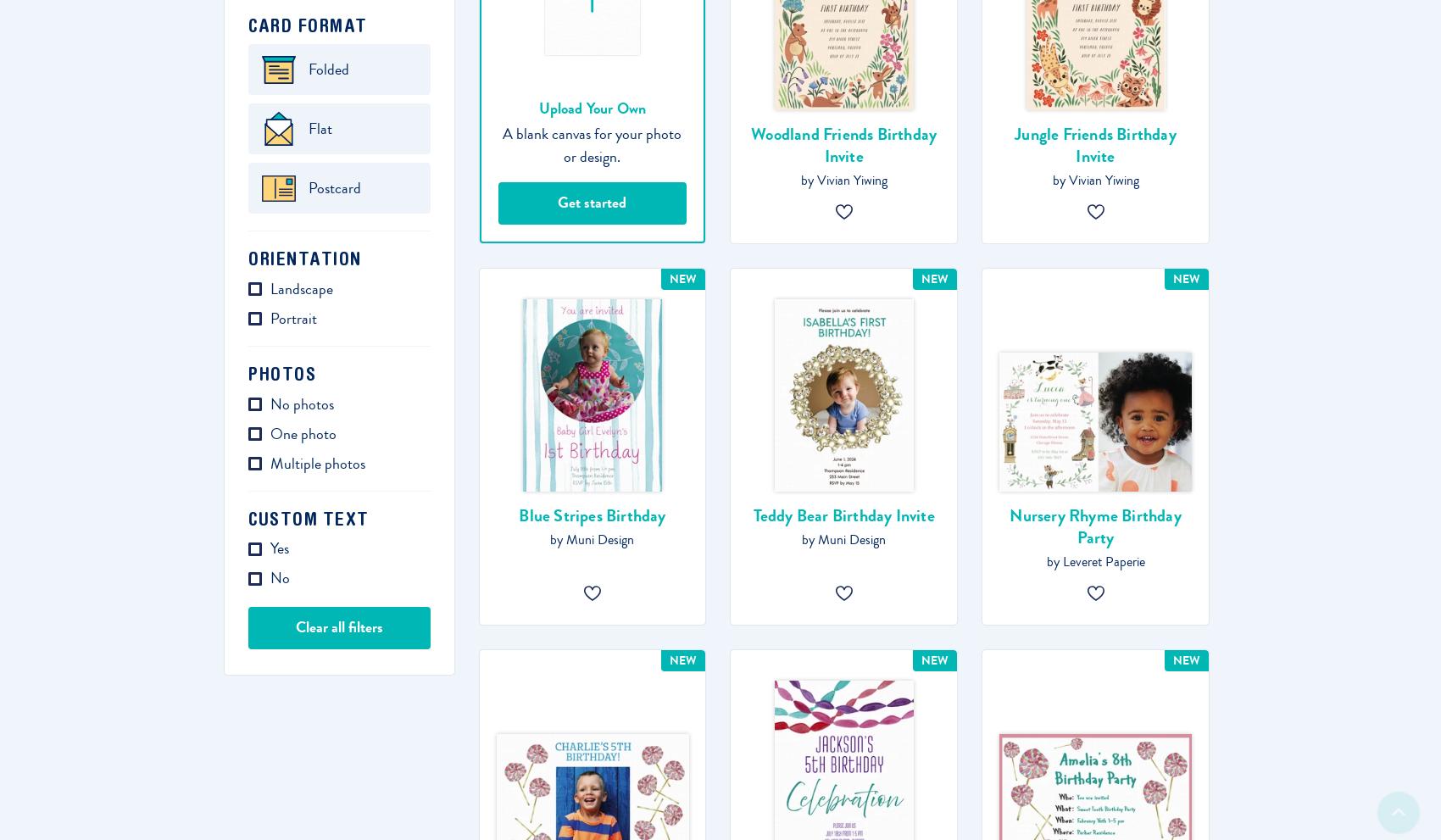 This screenshot has height=840, width=1441. Describe the element at coordinates (303, 258) in the screenshot. I see `'Orientation'` at that location.